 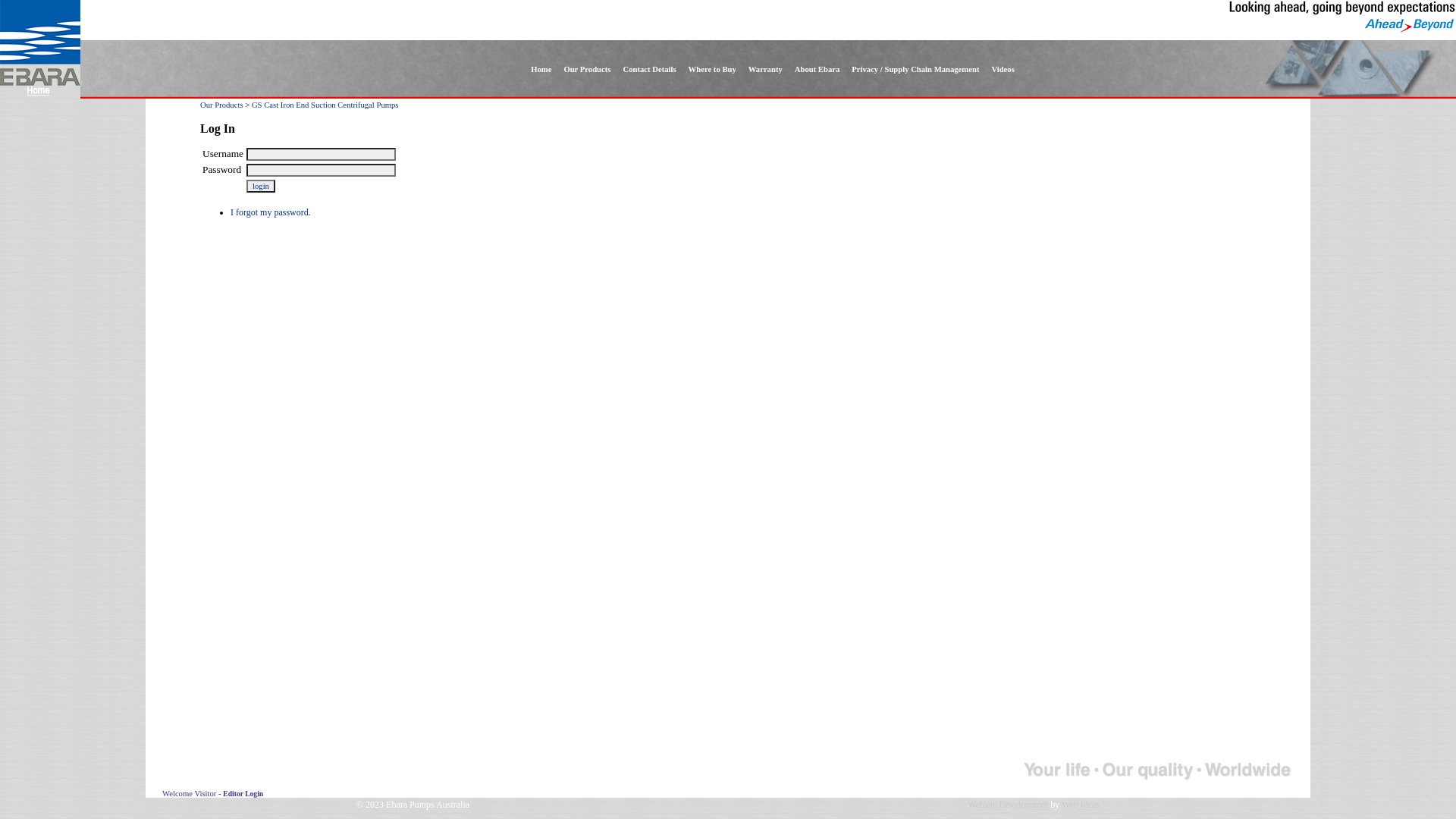 I want to click on 'Privacy / Supply Chain Management', so click(x=844, y=69).